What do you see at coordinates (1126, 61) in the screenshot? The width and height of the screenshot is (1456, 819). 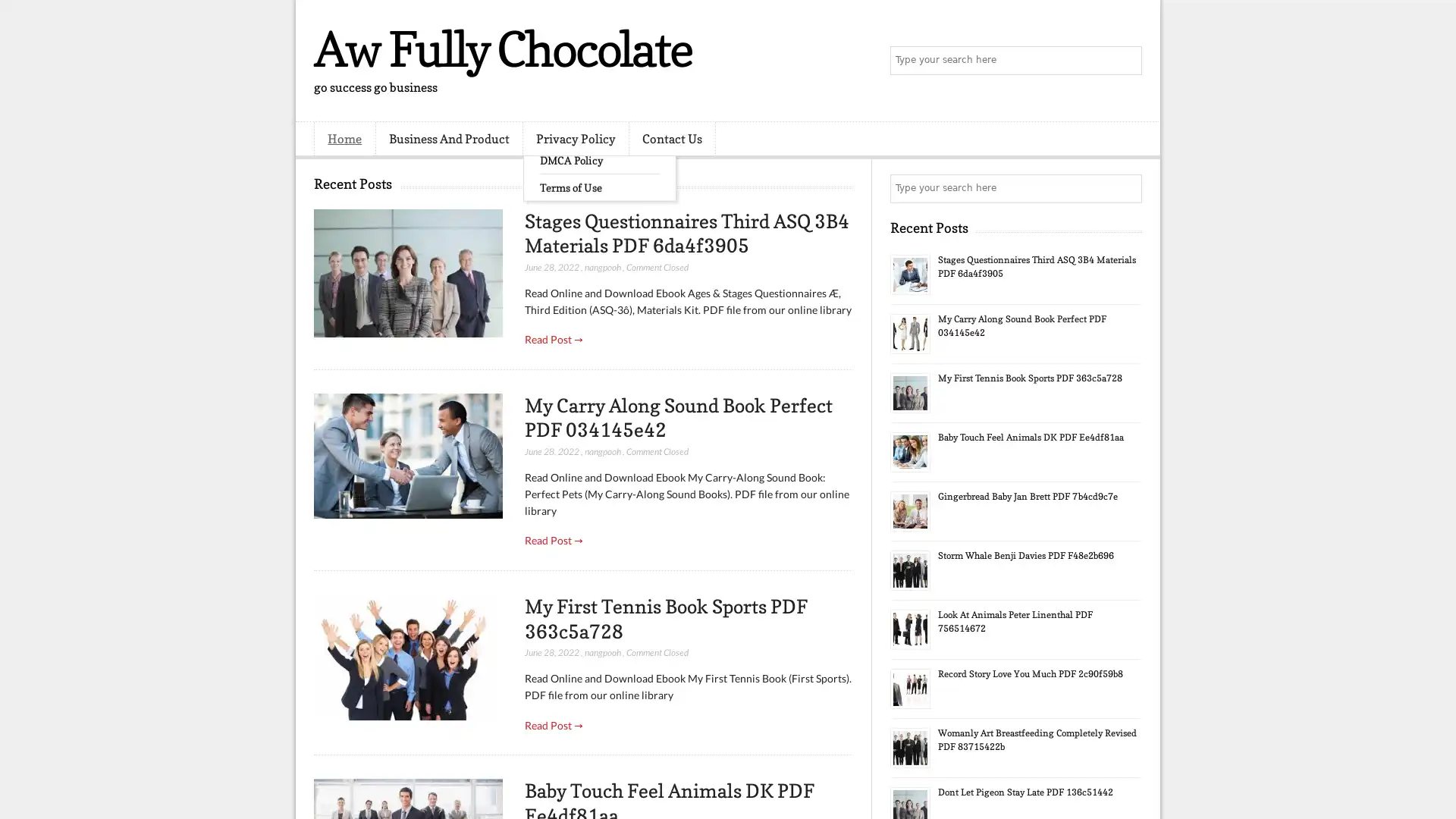 I see `Search` at bounding box center [1126, 61].